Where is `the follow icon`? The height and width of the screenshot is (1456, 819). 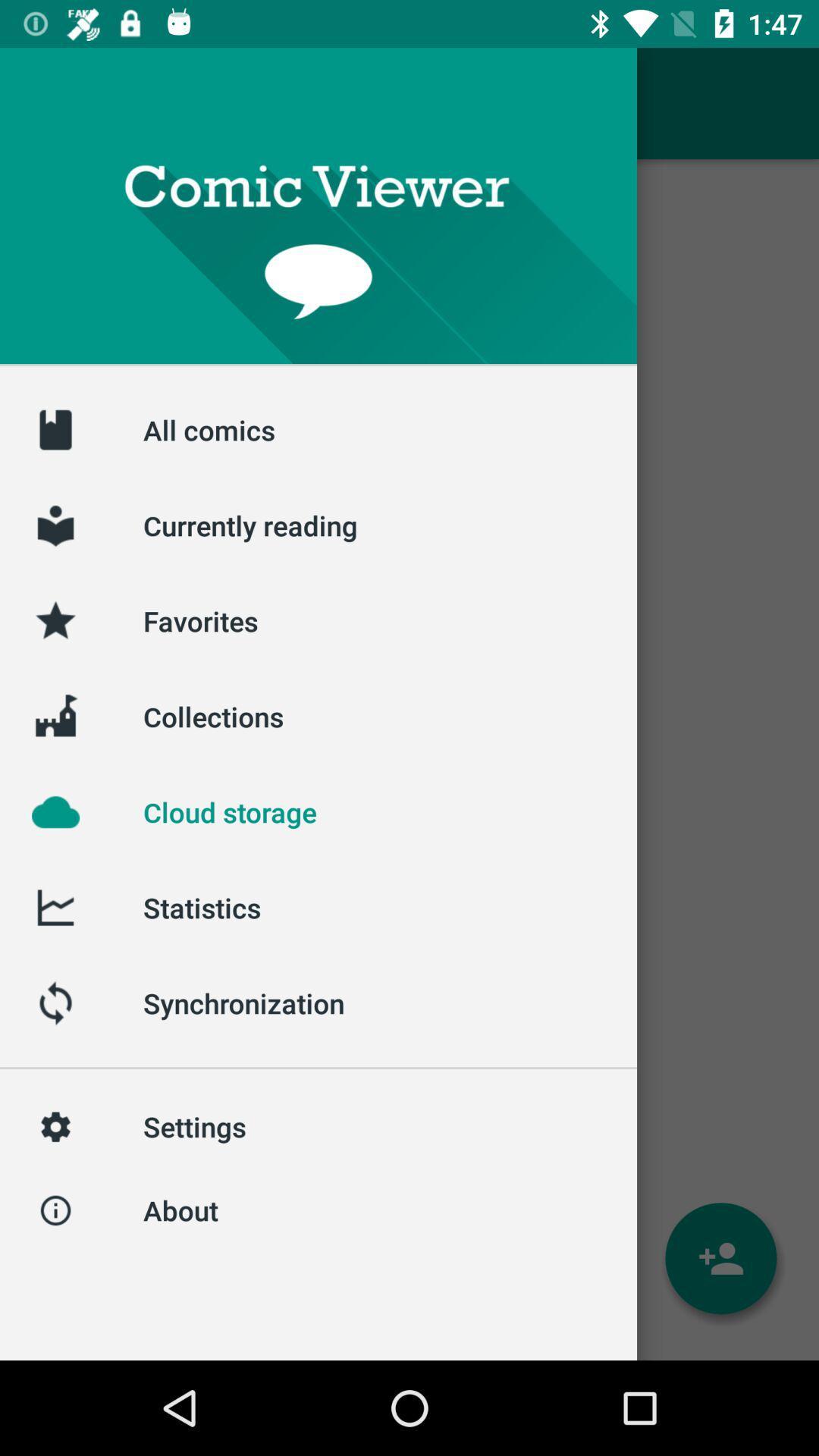 the follow icon is located at coordinates (720, 1258).